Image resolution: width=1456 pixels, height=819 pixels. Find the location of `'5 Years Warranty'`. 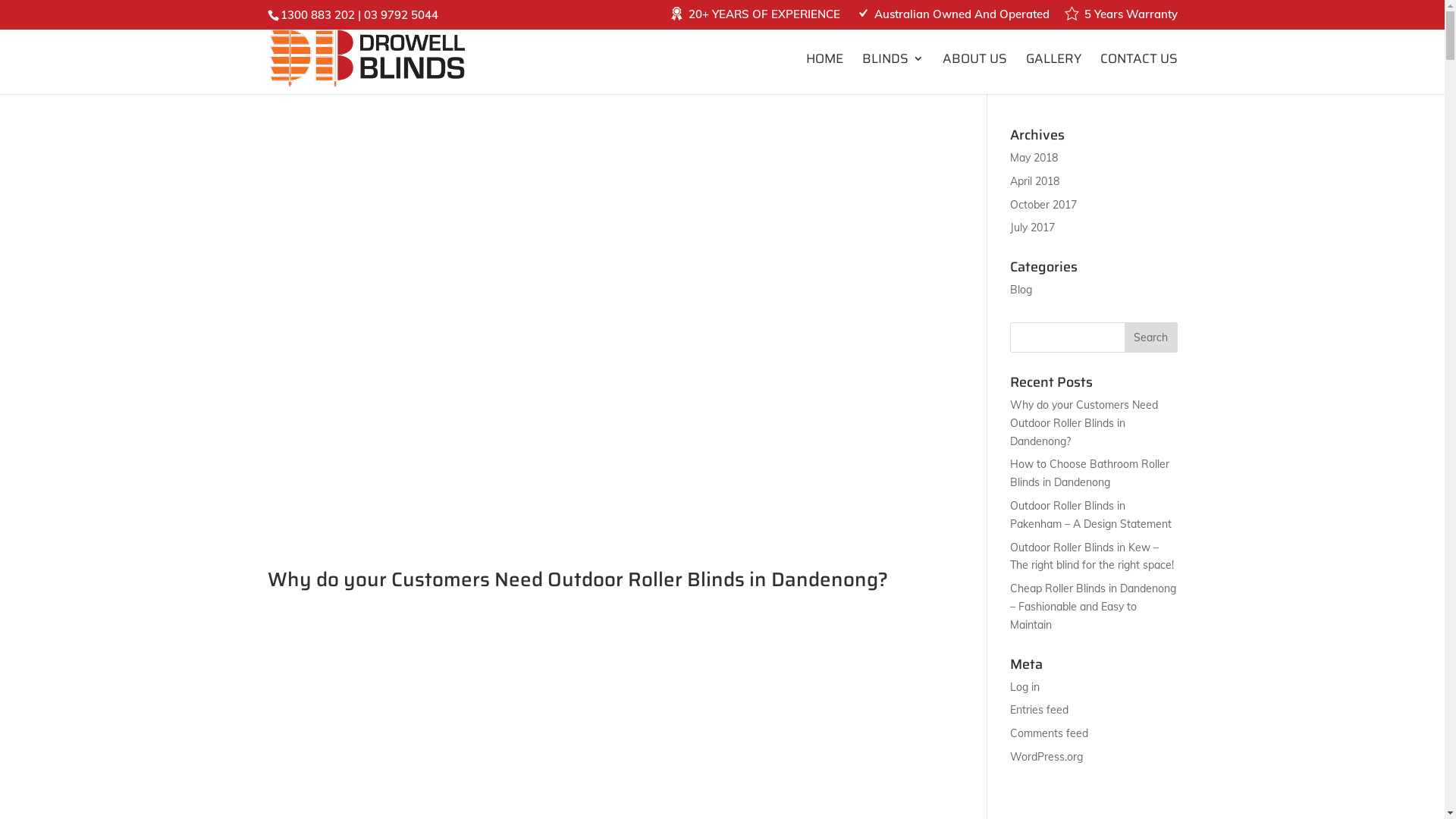

'5 Years Warranty' is located at coordinates (1120, 18).